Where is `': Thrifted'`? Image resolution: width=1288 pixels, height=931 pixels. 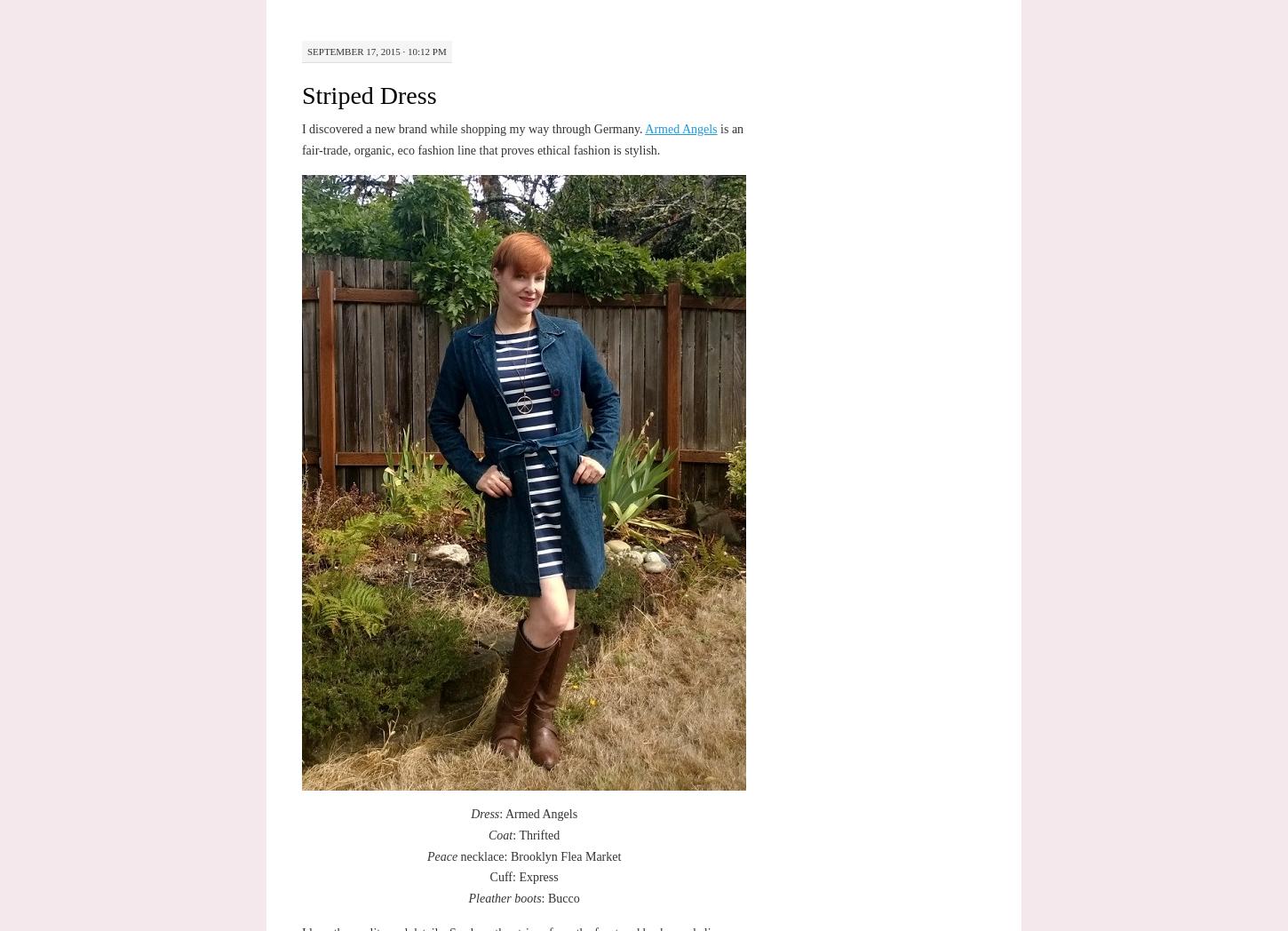
': Thrifted' is located at coordinates (512, 834).